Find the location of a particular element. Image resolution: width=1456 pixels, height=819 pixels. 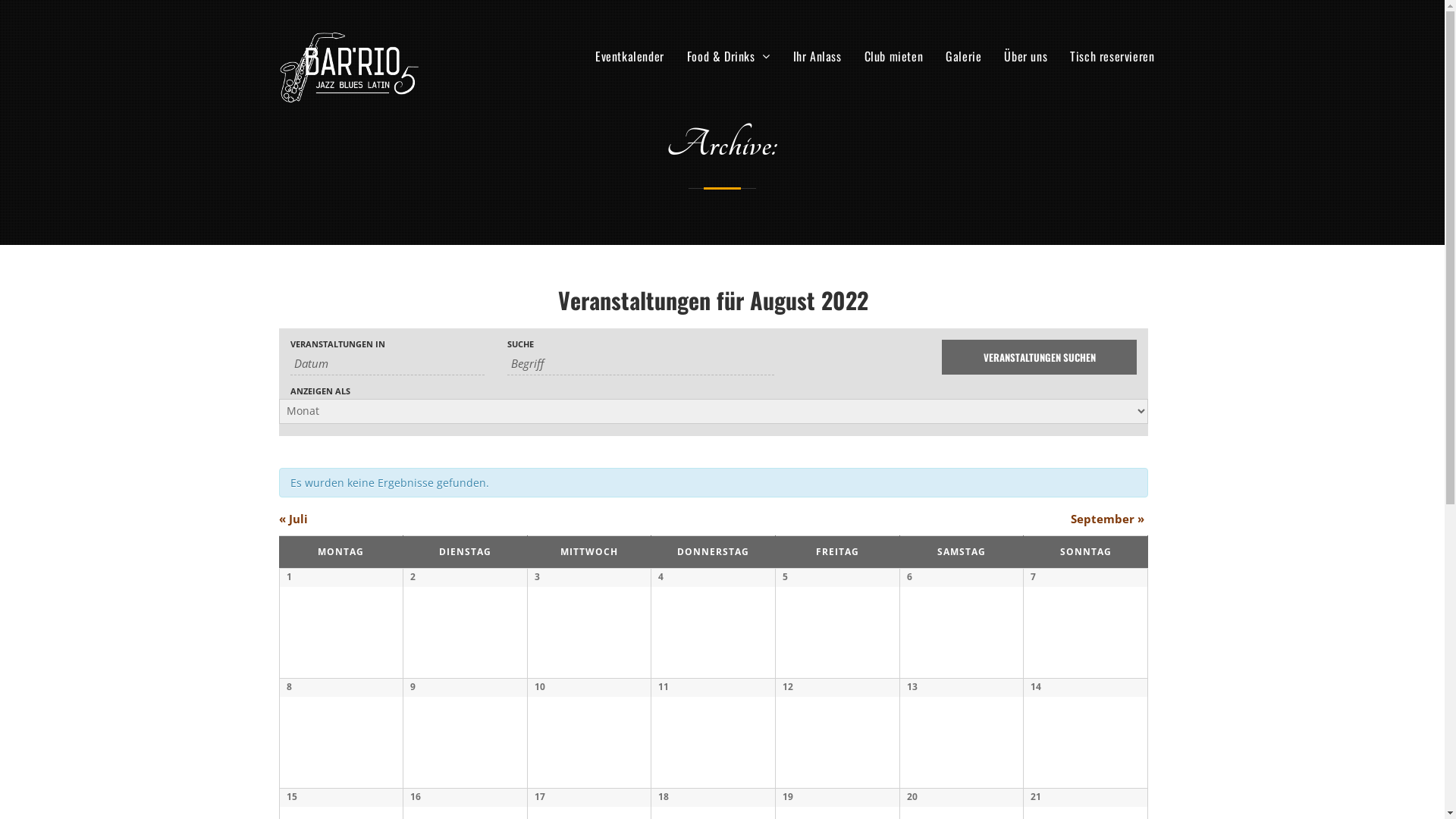

'Tisch reservieren' is located at coordinates (1062, 55).